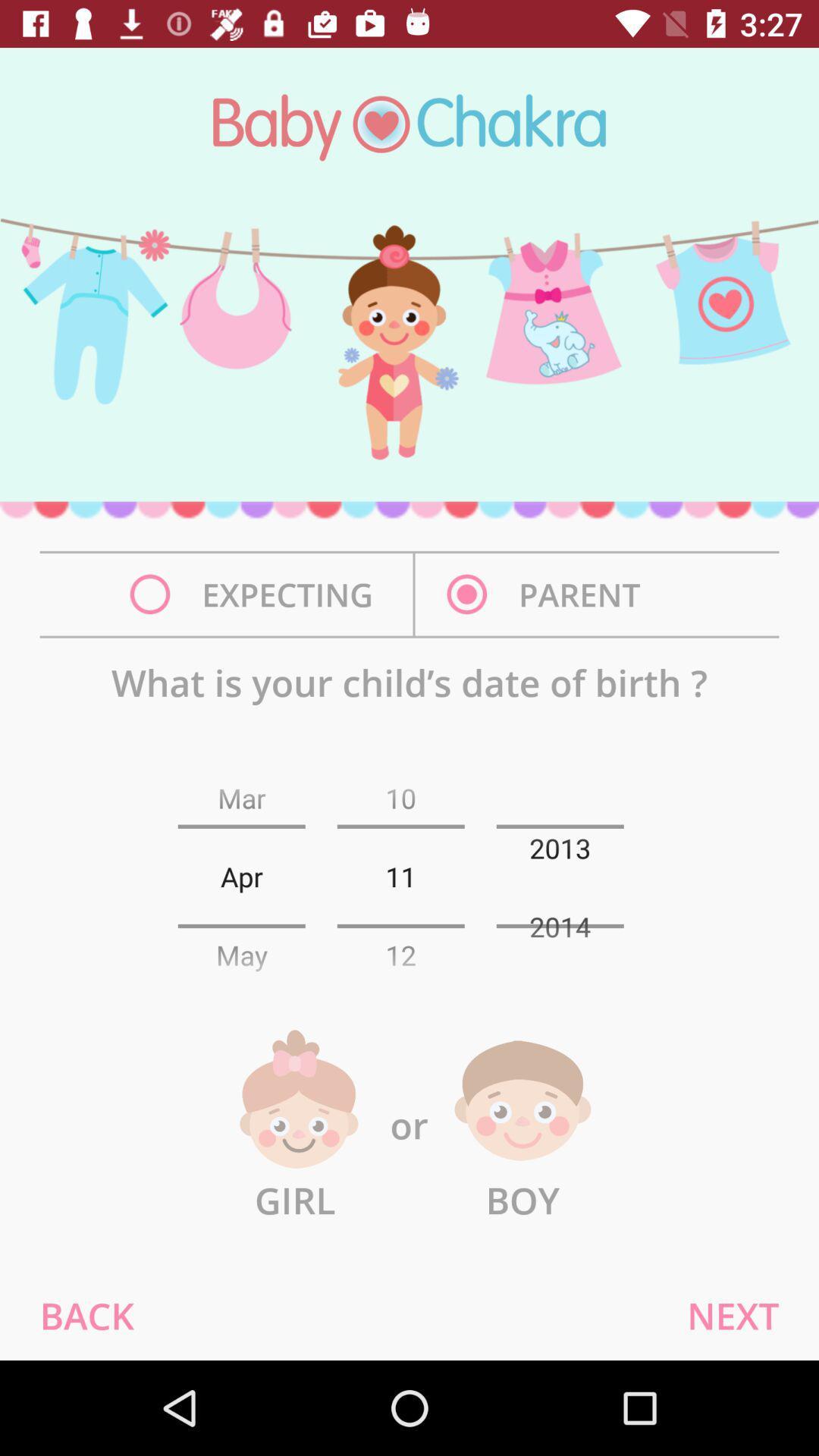 The height and width of the screenshot is (1456, 819). Describe the element at coordinates (733, 1314) in the screenshot. I see `next` at that location.